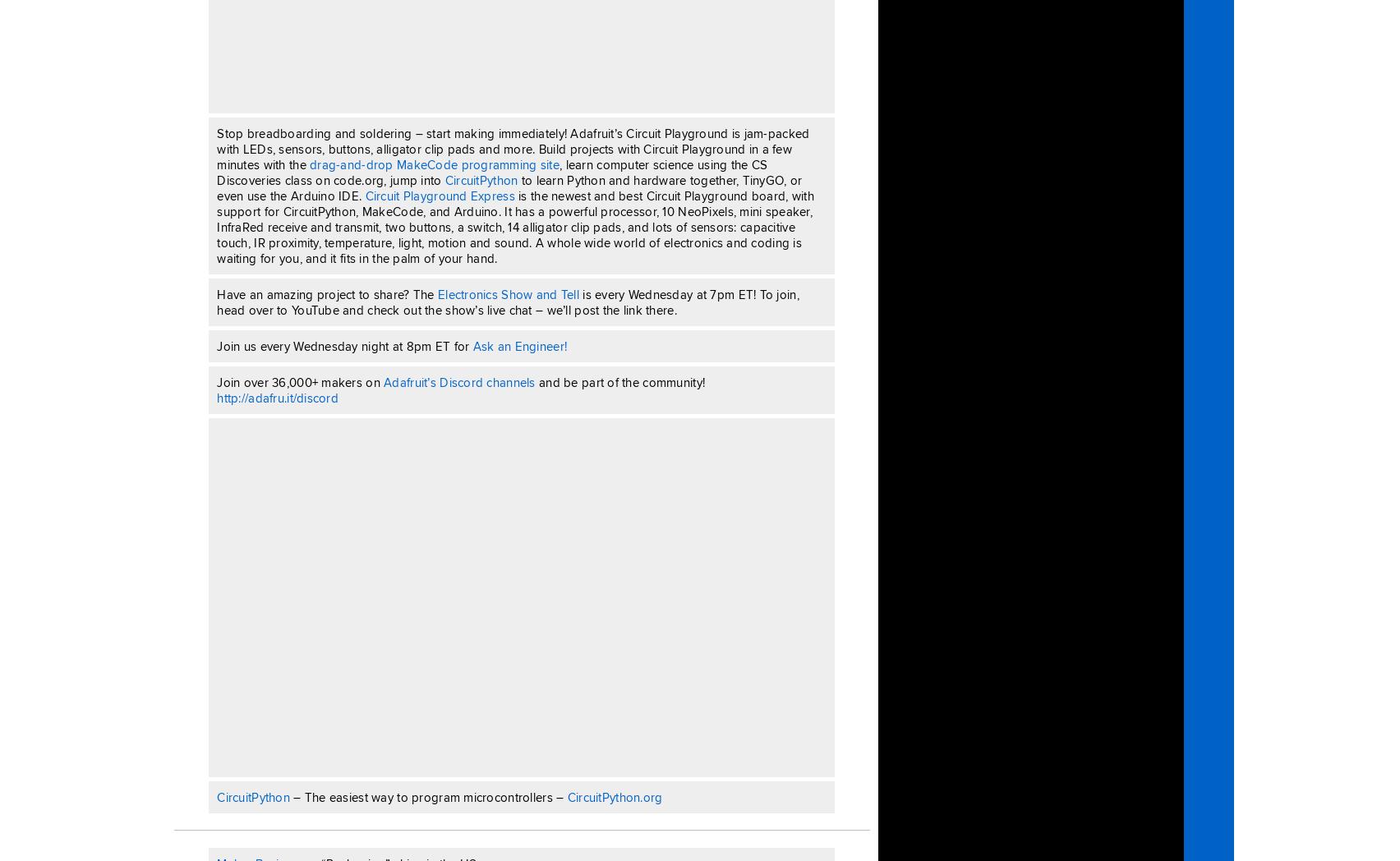  What do you see at coordinates (440, 195) in the screenshot?
I see `'Circuit Playground Express'` at bounding box center [440, 195].